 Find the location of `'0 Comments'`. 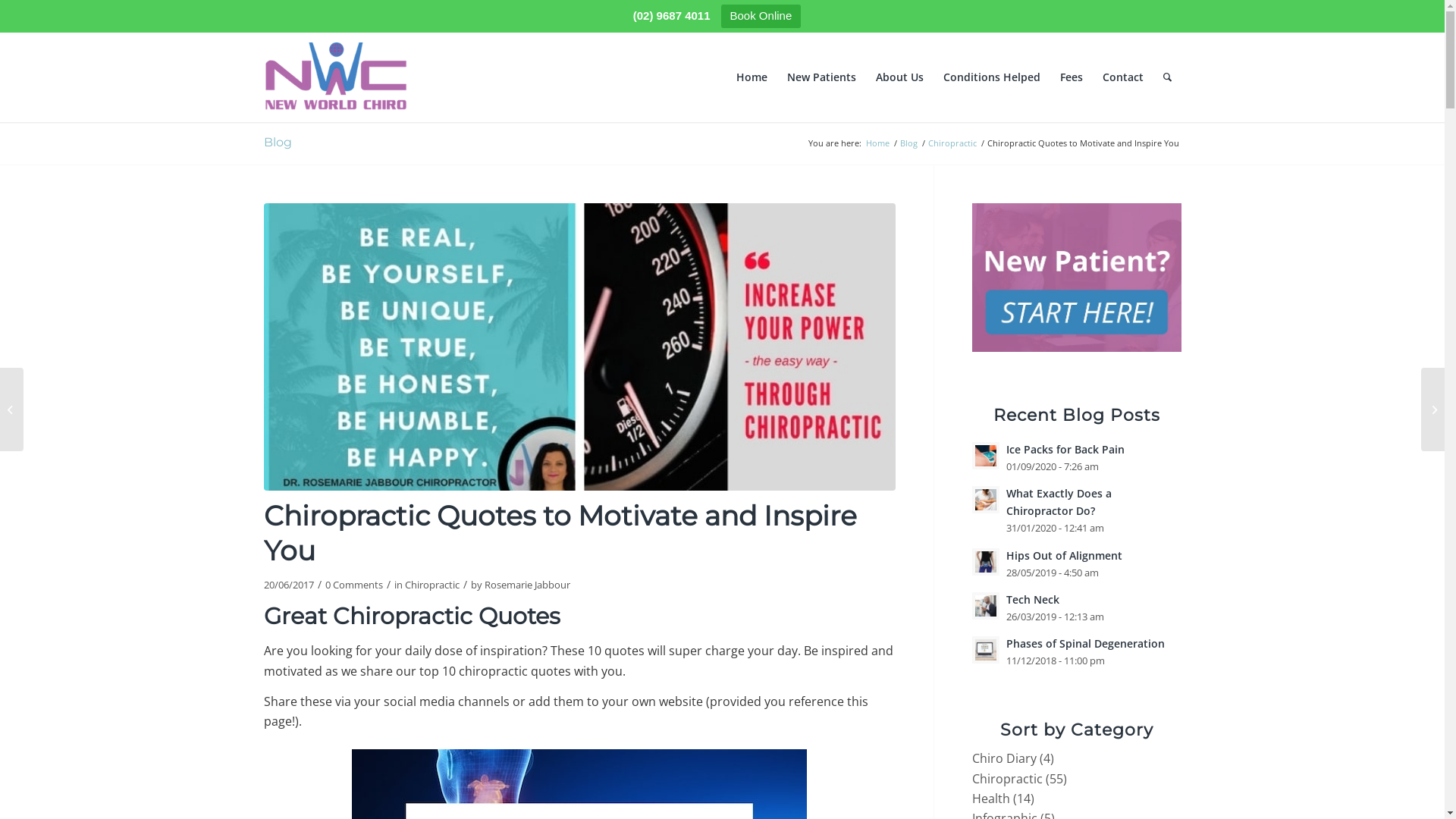

'0 Comments' is located at coordinates (352, 584).